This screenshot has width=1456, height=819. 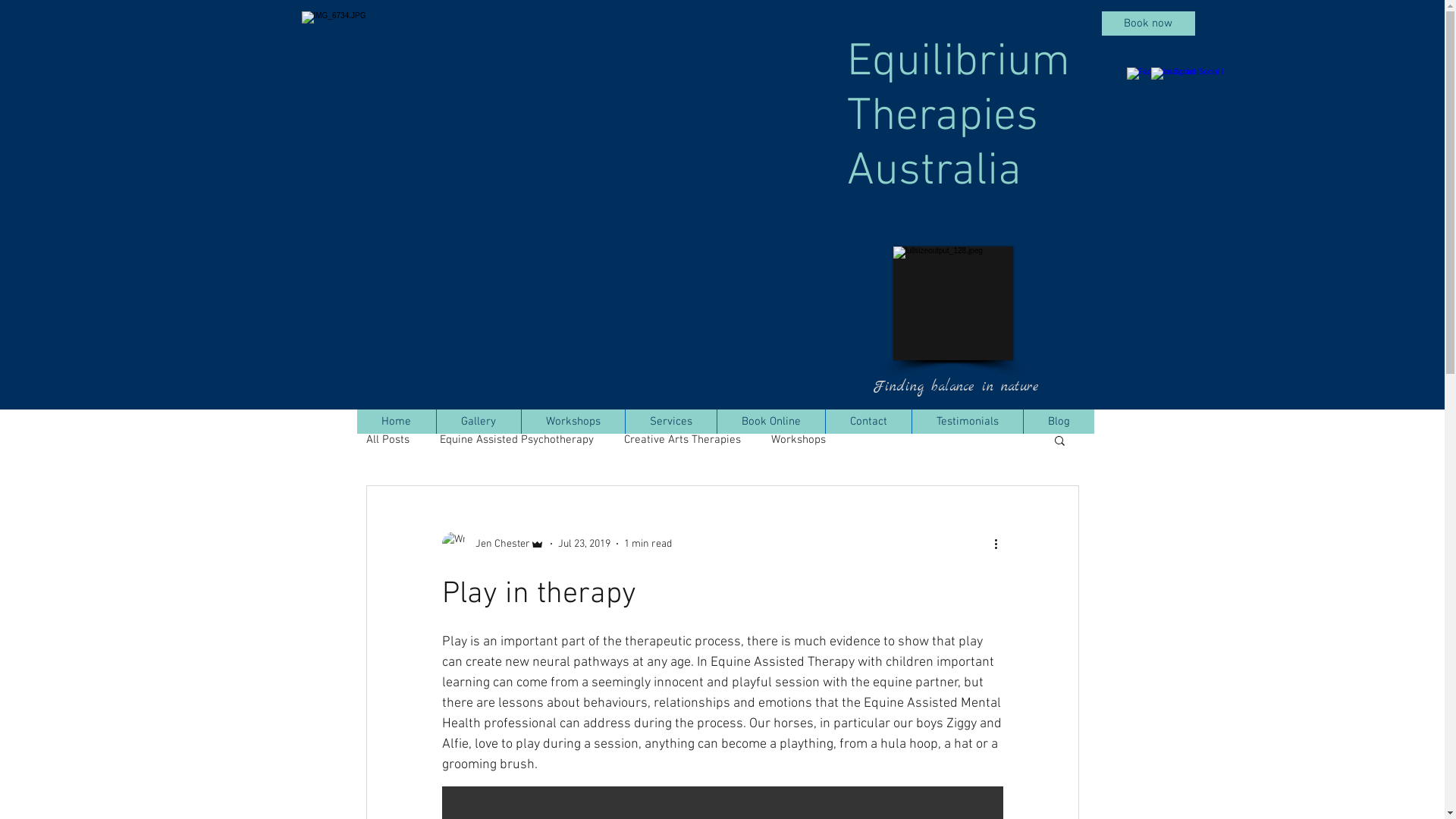 I want to click on 'Creative Arts Therapies', so click(x=623, y=439).